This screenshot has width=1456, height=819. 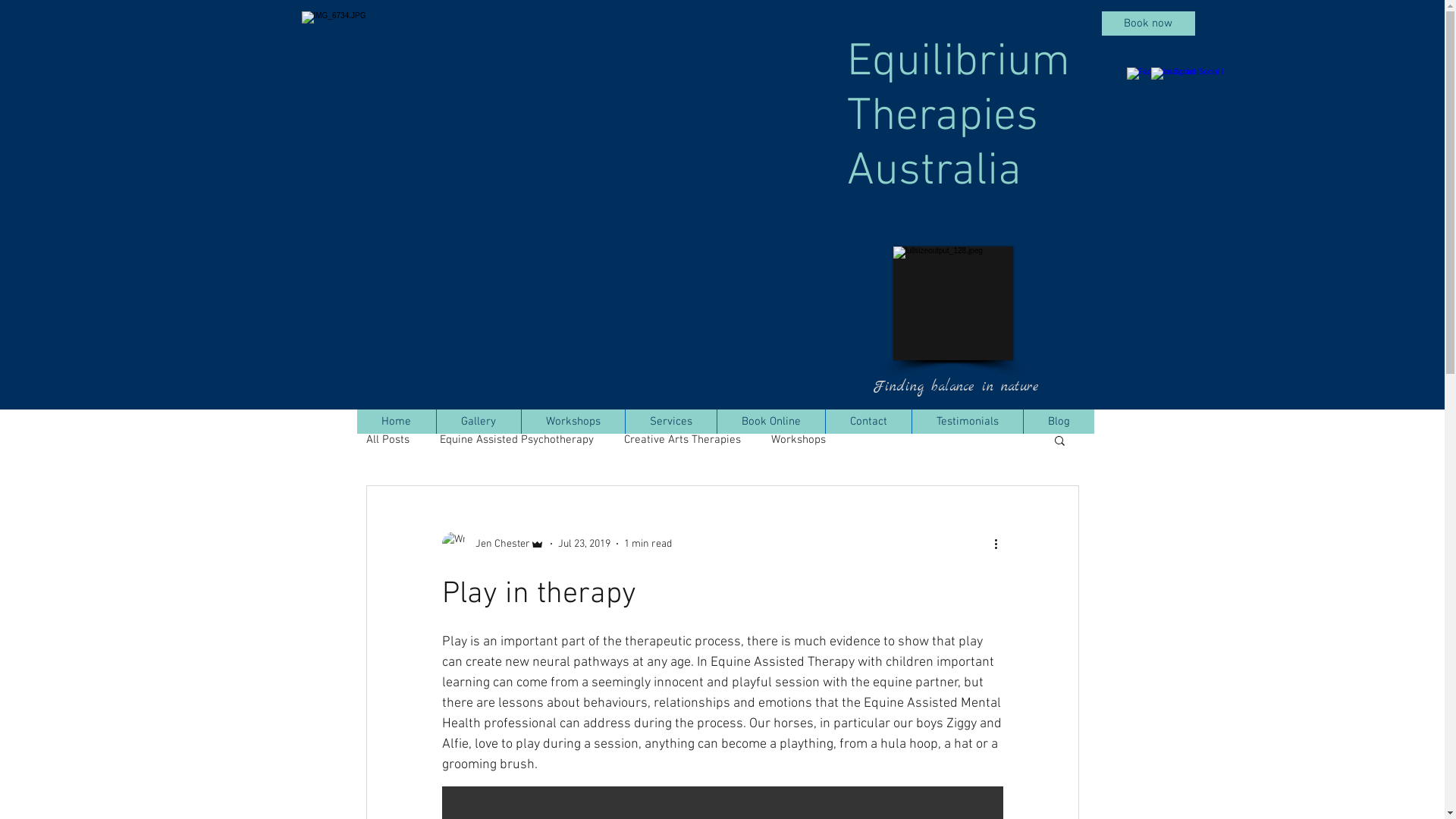 I want to click on 'Creative Arts Therapies', so click(x=623, y=439).